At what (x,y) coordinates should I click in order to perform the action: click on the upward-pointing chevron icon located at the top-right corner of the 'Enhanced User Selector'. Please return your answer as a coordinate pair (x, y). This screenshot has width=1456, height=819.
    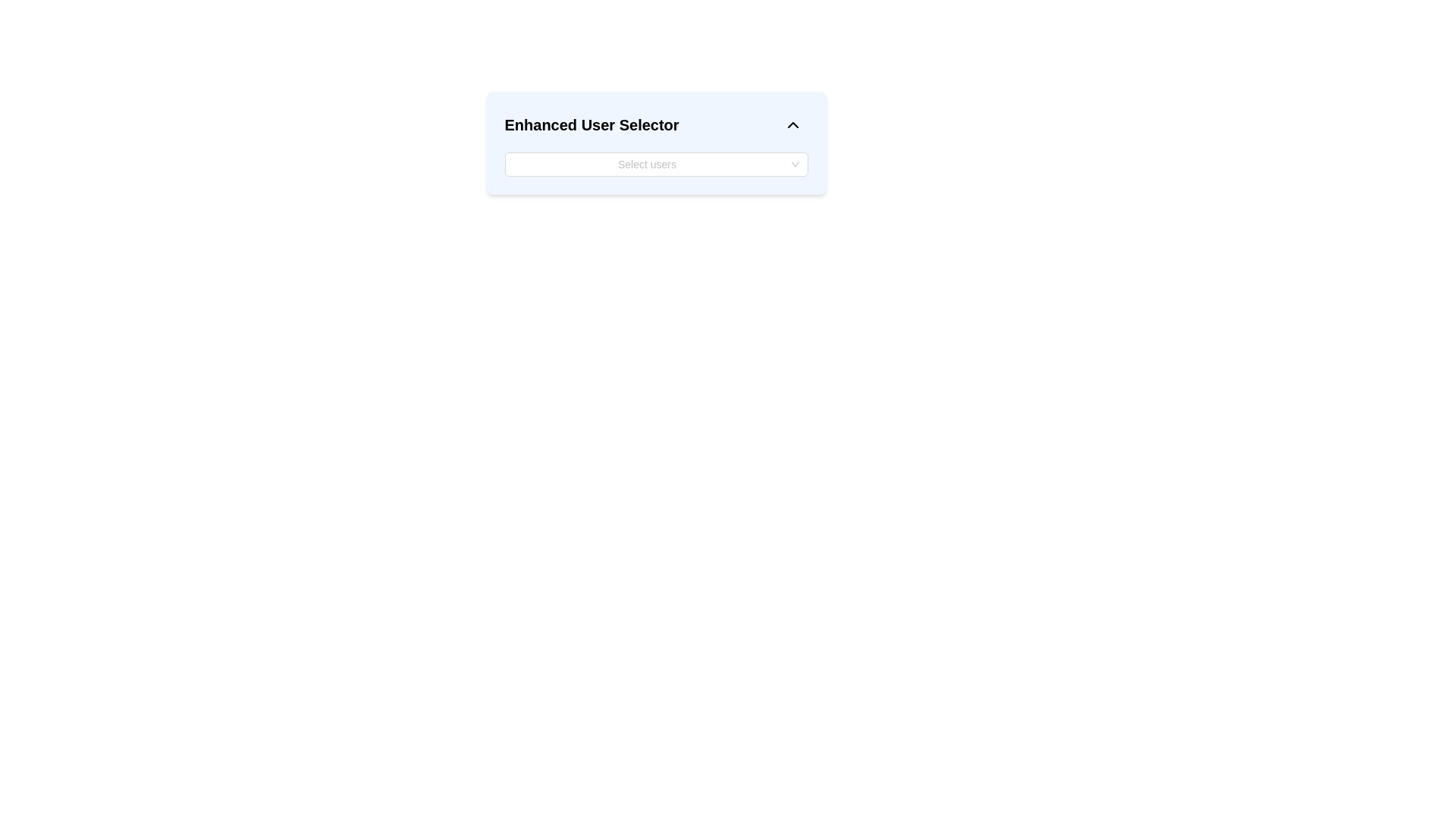
    Looking at the image, I should click on (792, 124).